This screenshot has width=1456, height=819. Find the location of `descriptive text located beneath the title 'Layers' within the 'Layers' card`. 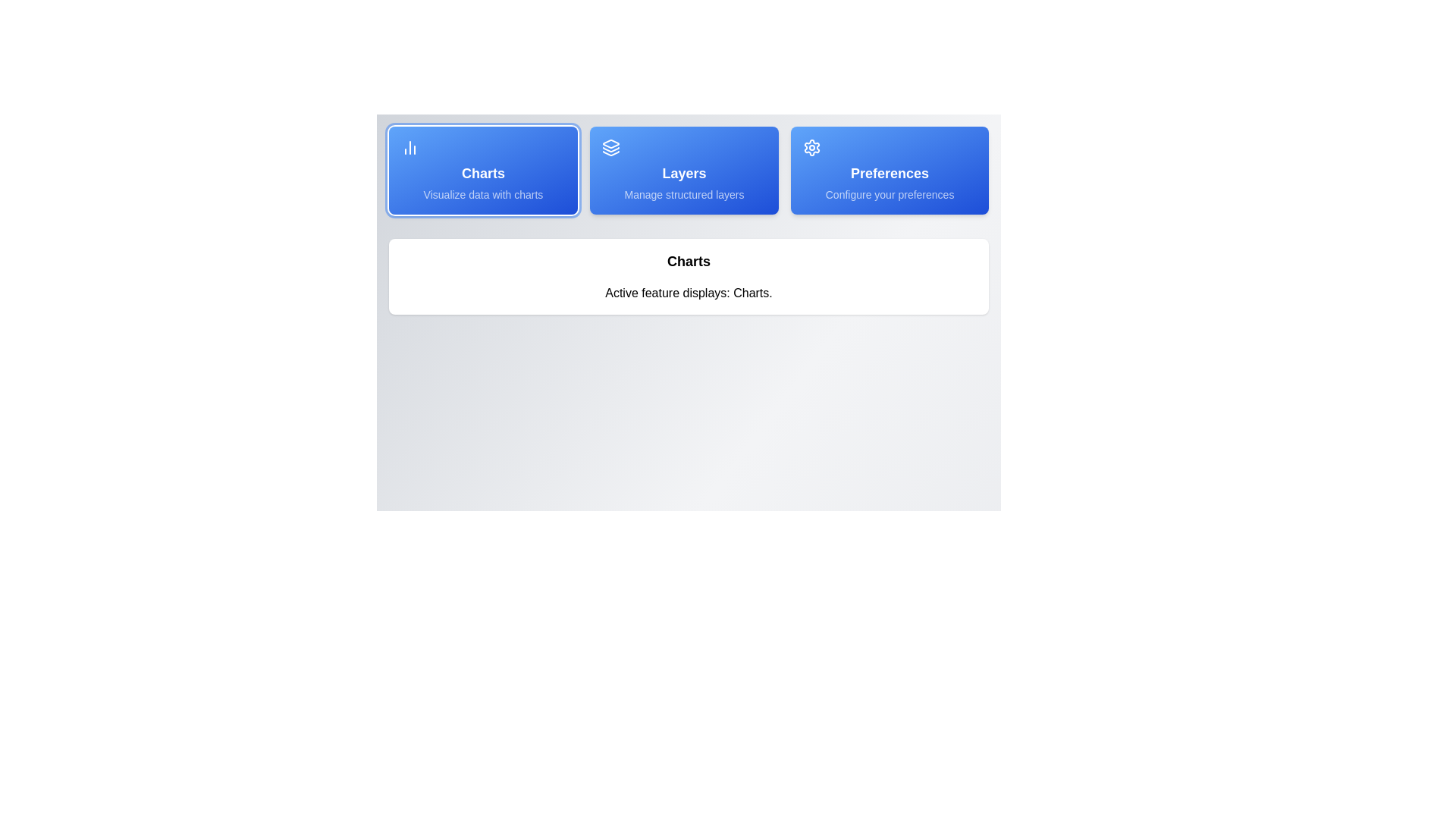

descriptive text located beneath the title 'Layers' within the 'Layers' card is located at coordinates (683, 194).